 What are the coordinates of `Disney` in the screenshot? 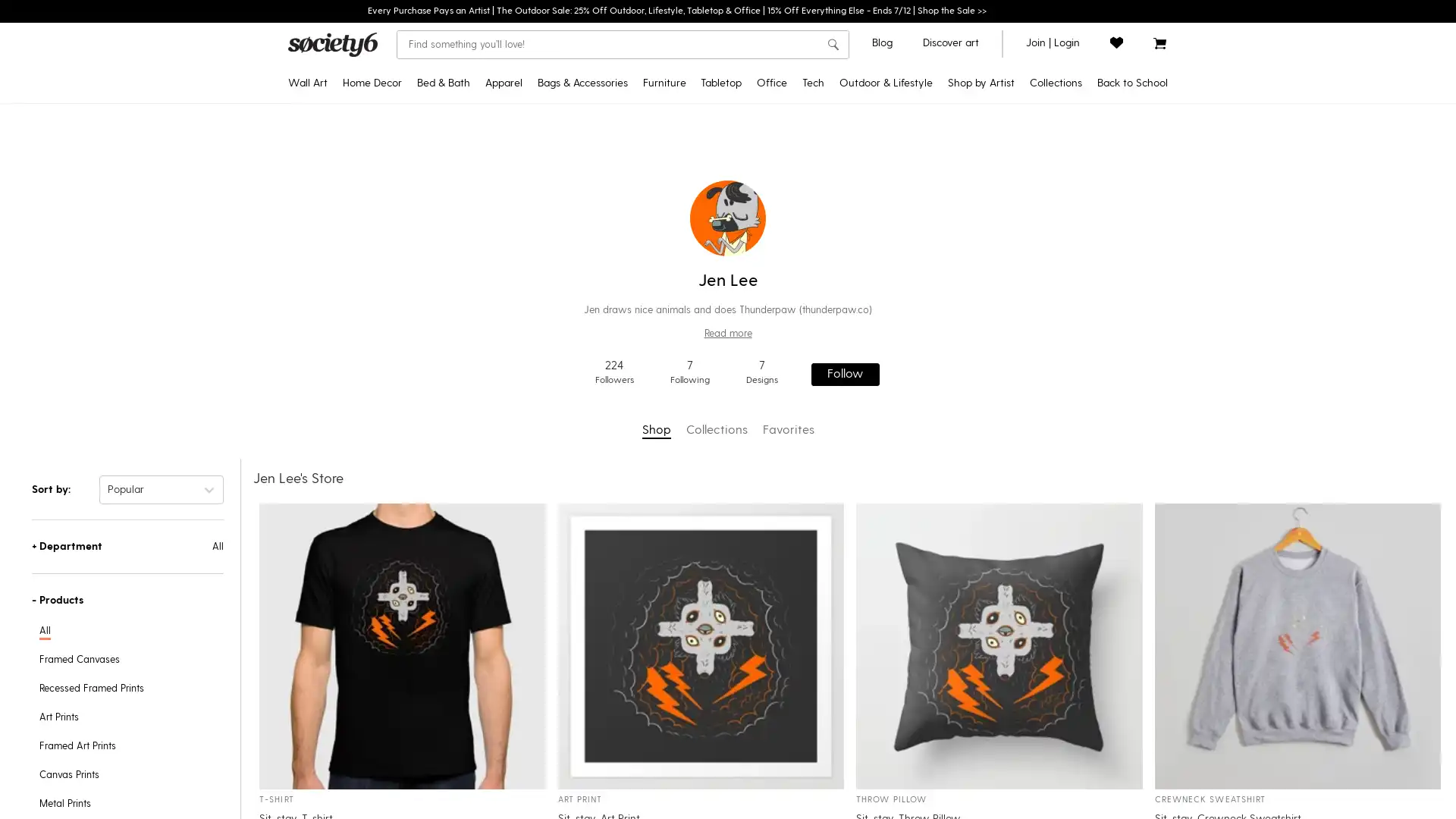 It's located at (940, 121).